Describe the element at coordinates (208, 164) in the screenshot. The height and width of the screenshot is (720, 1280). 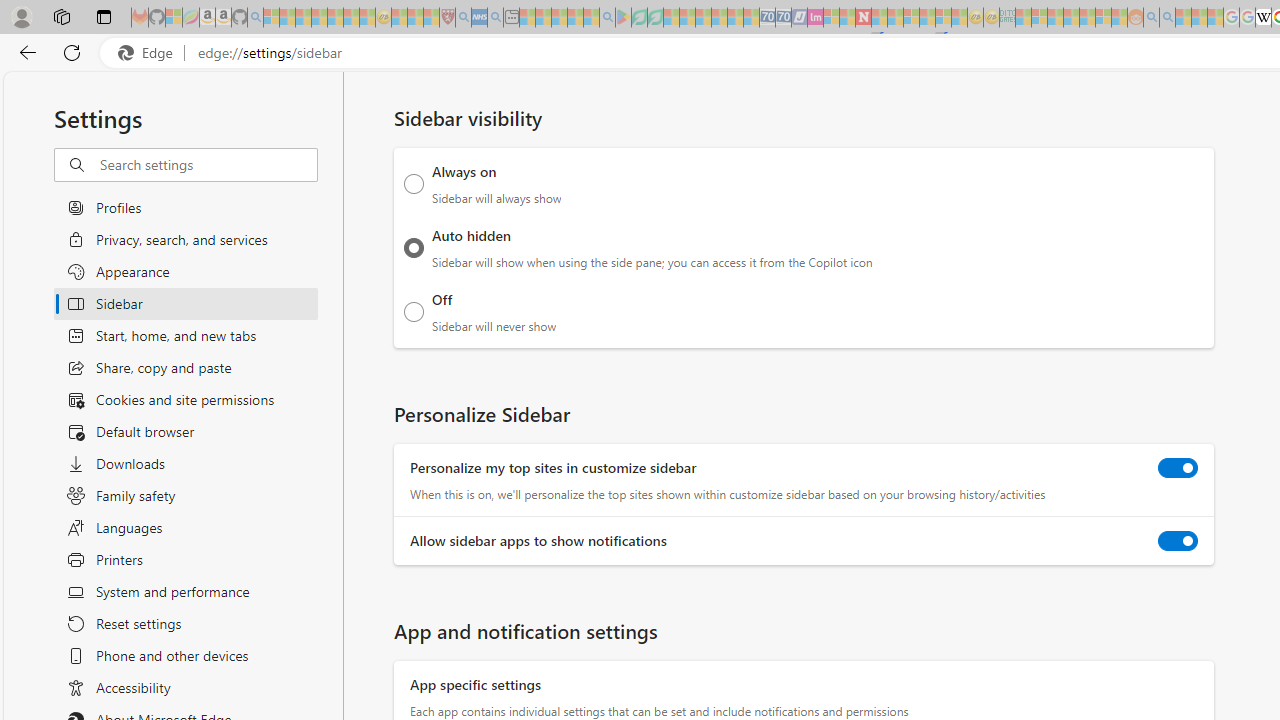
I see `'Search settings'` at that location.